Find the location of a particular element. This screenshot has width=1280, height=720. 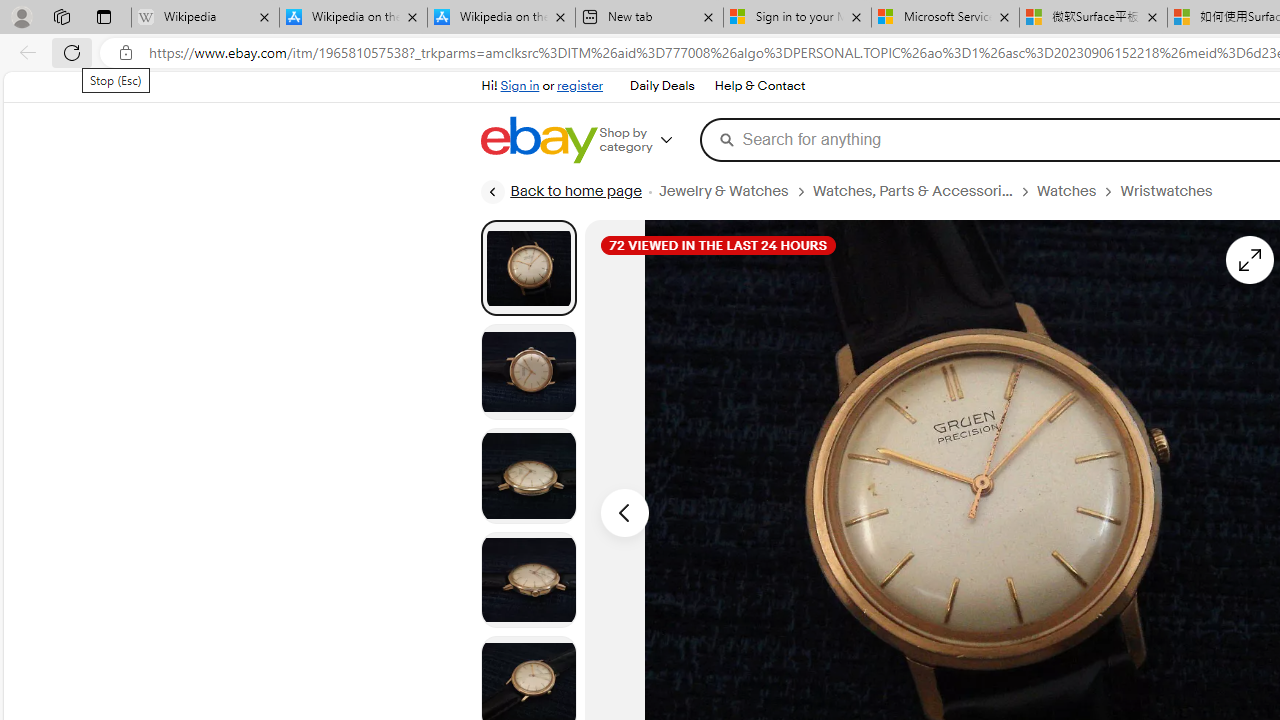

'Sign in to your Microsoft account' is located at coordinates (797, 17).